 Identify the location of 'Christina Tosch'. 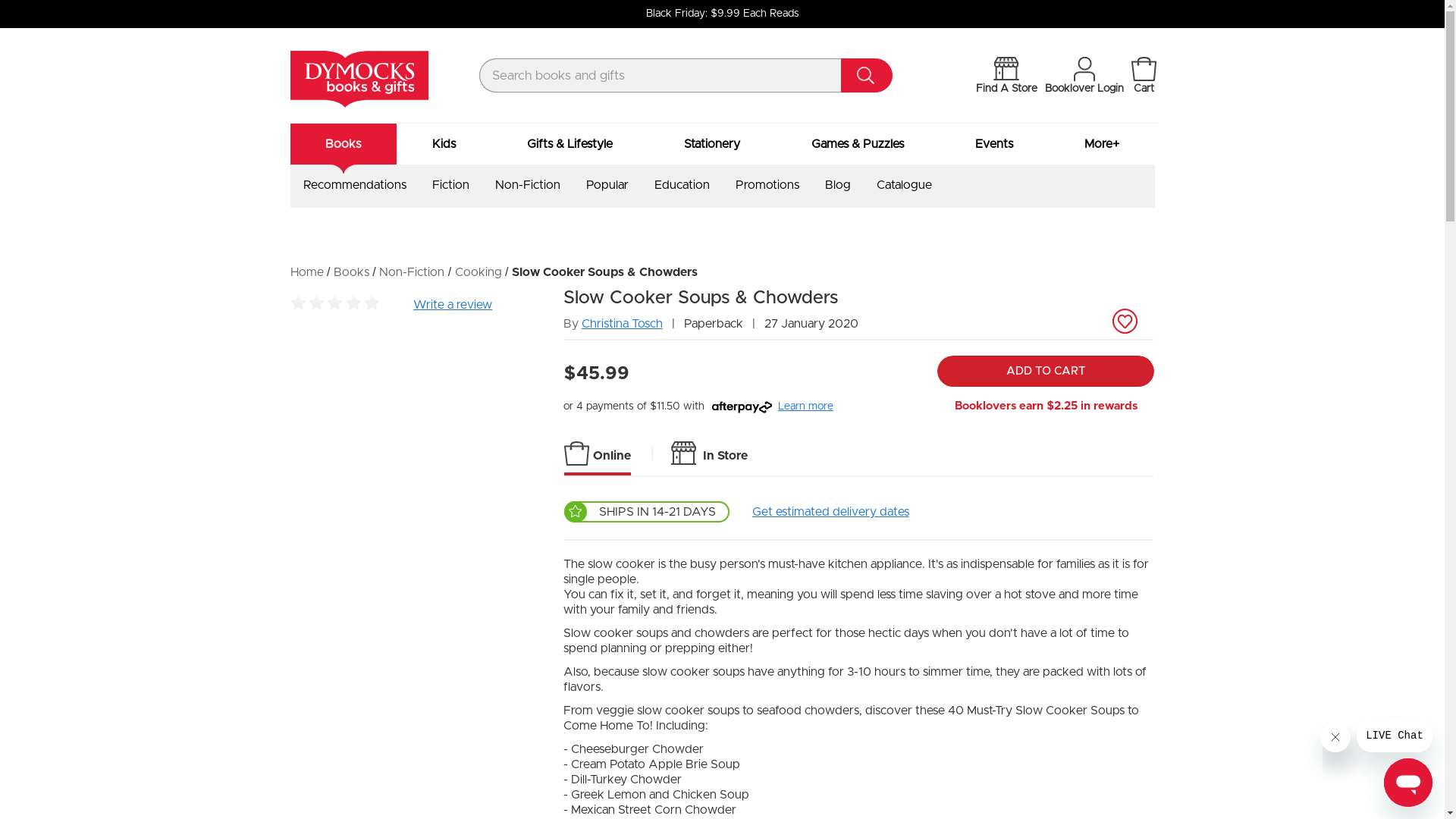
(581, 323).